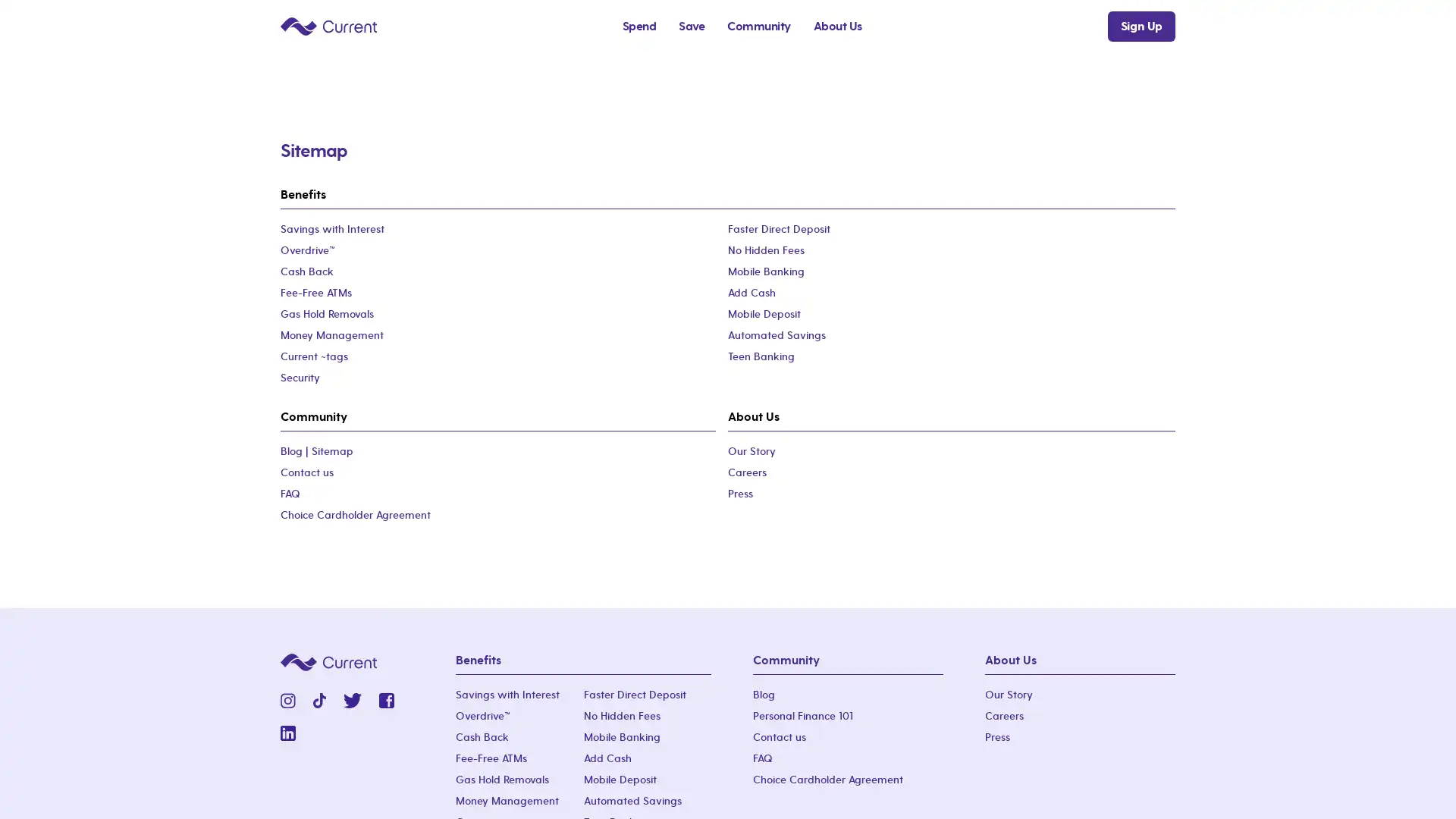 The height and width of the screenshot is (819, 1456). Describe the element at coordinates (1009, 695) in the screenshot. I see `Our Story` at that location.